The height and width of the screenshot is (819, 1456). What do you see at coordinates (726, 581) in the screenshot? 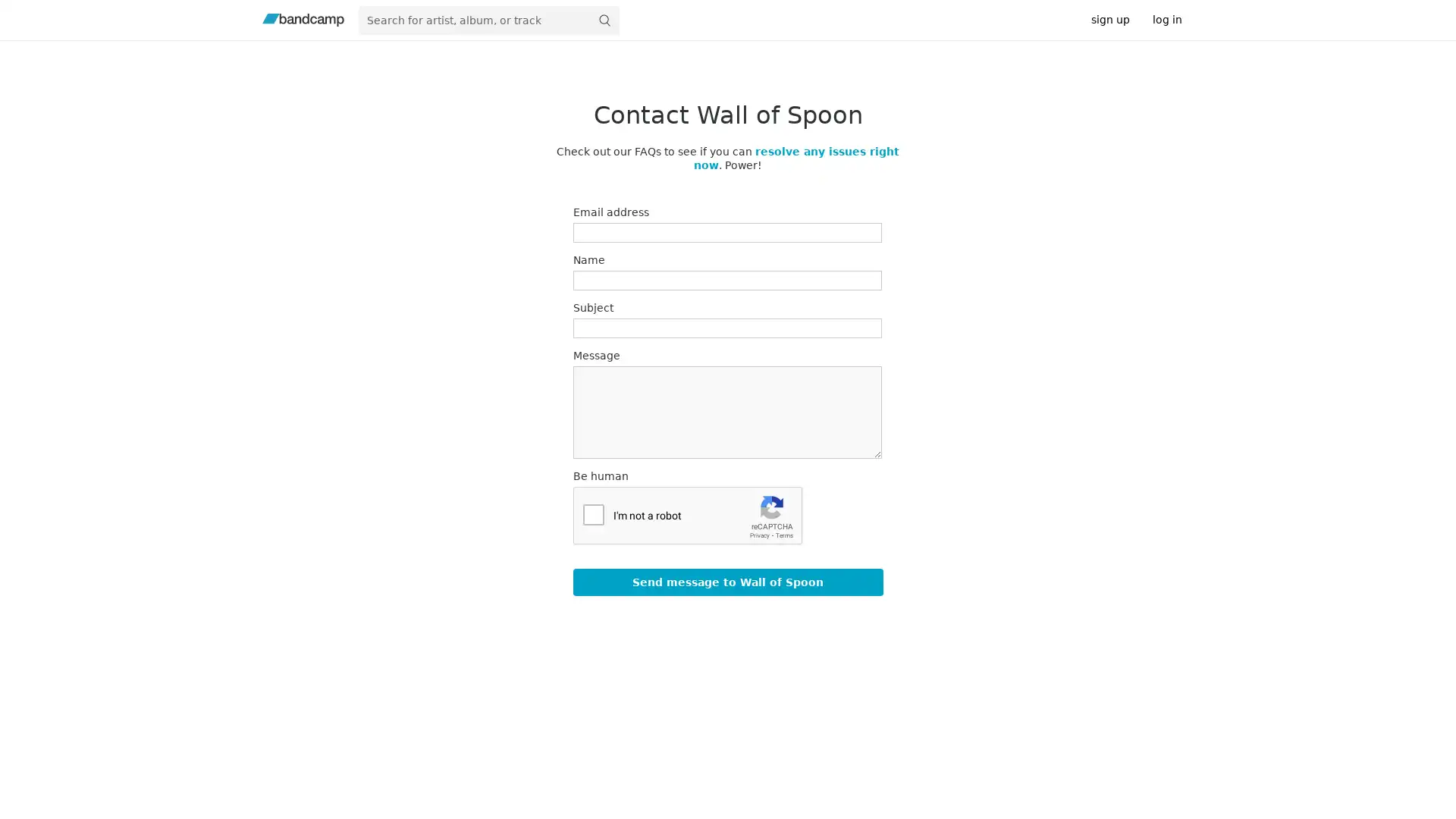
I see `Send message to Wall of Spoon` at bounding box center [726, 581].